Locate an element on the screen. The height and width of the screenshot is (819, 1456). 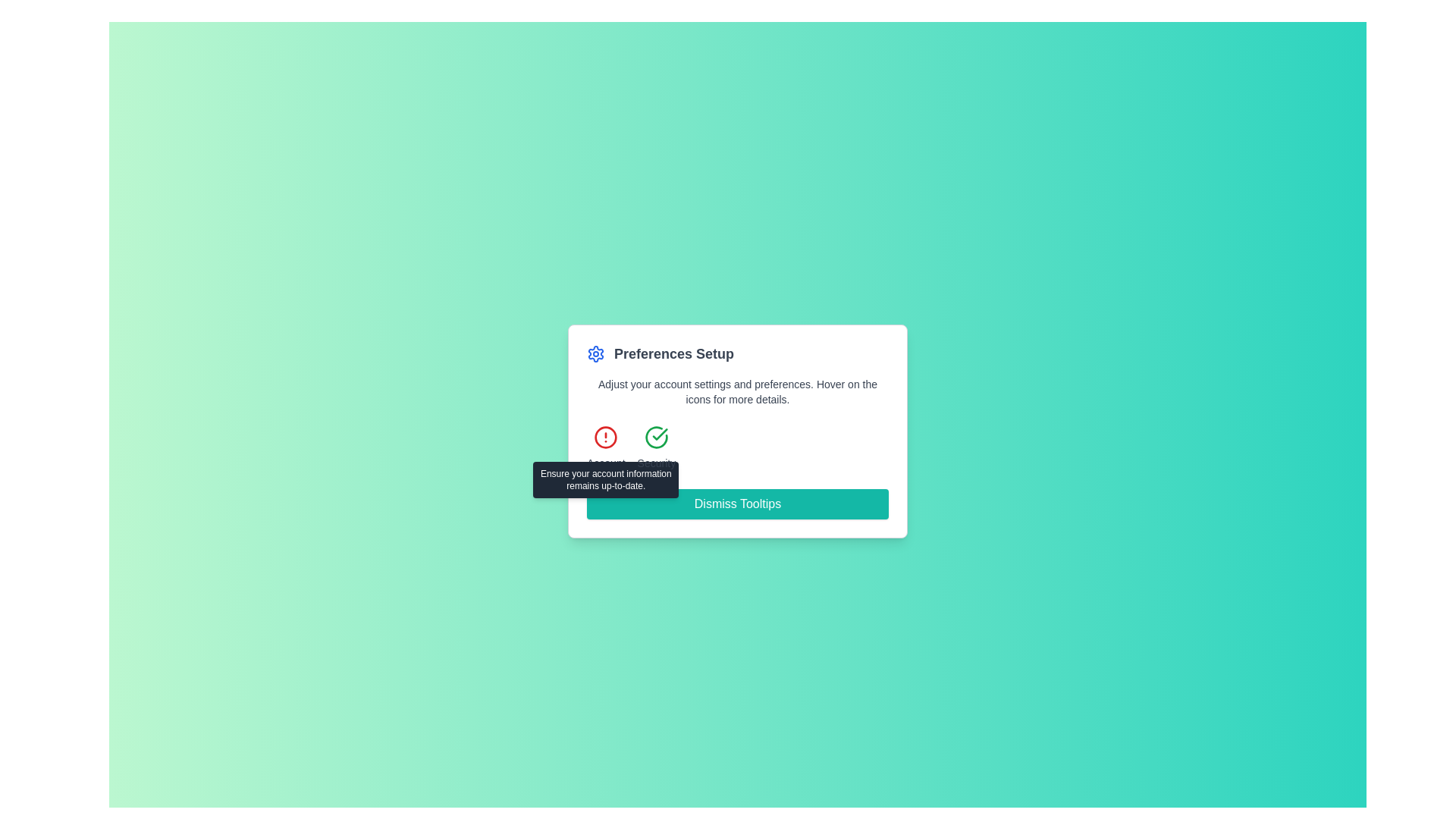
the warning icon located within the 'Preferences Setup' modal, positioned to the left of the green checkmark icon is located at coordinates (605, 438).